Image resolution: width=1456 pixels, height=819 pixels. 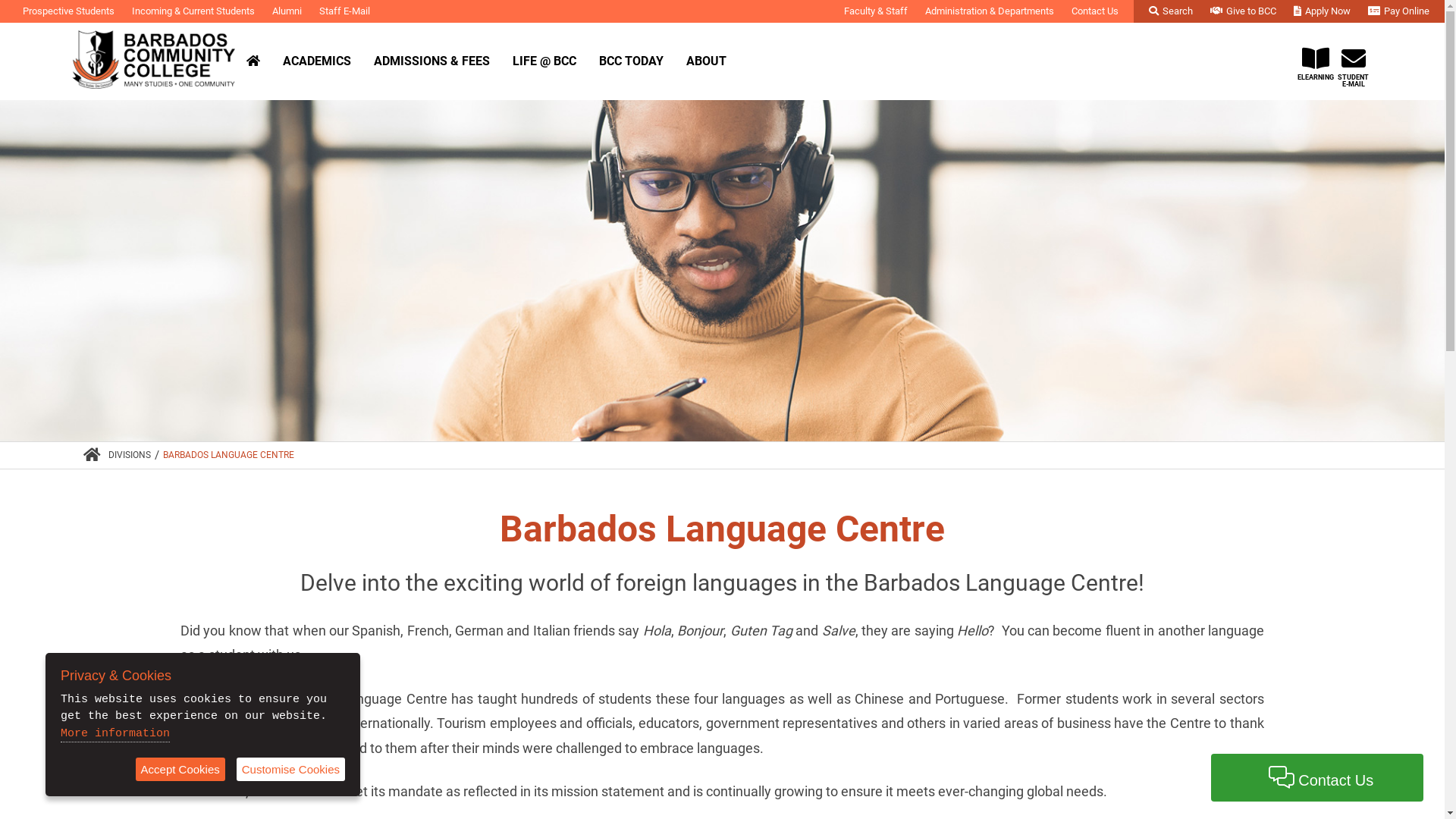 I want to click on 'Accept Cookies', so click(x=135, y=769).